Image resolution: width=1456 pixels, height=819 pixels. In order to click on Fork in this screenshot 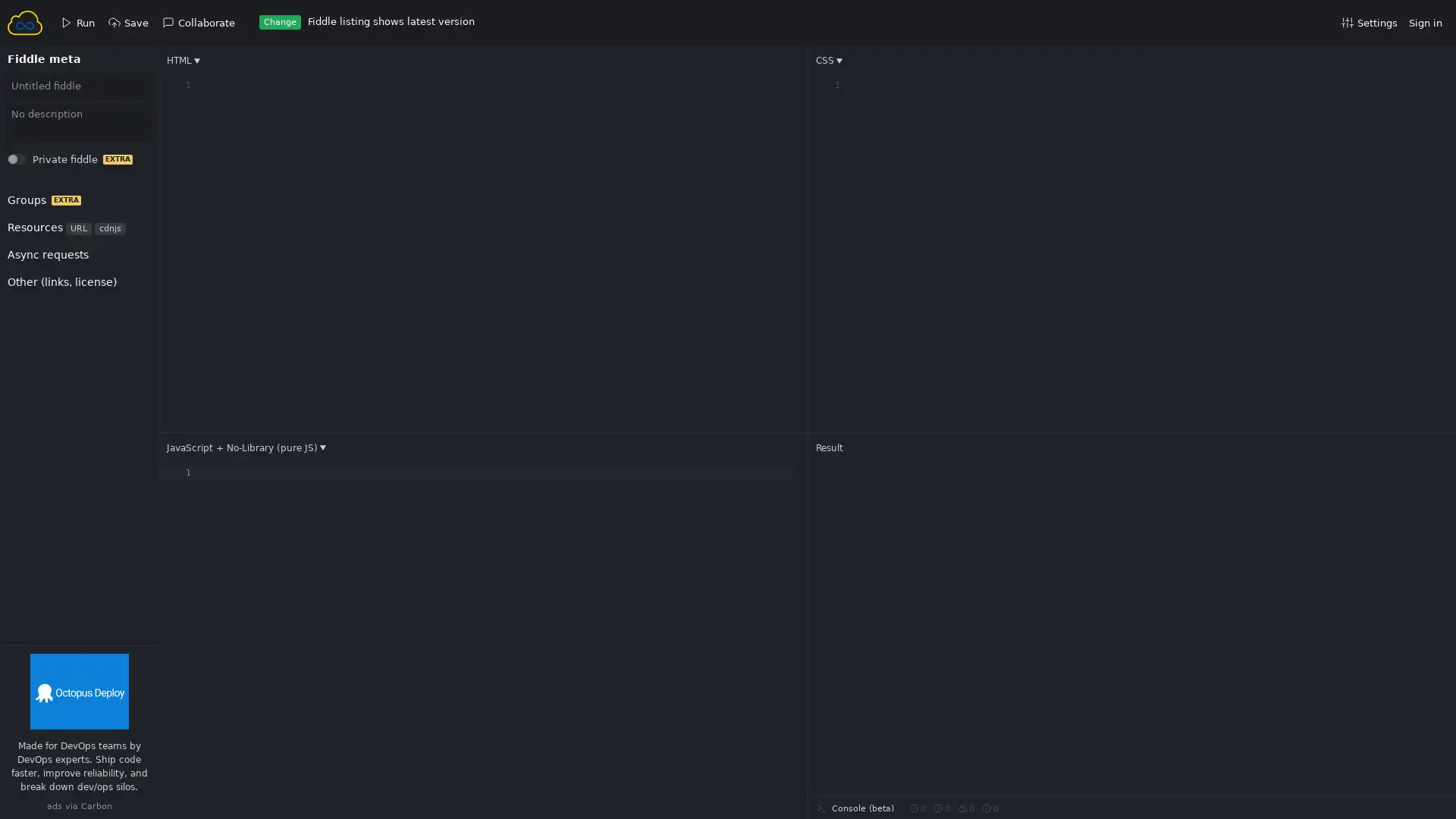, I will do `click(31, 163)`.